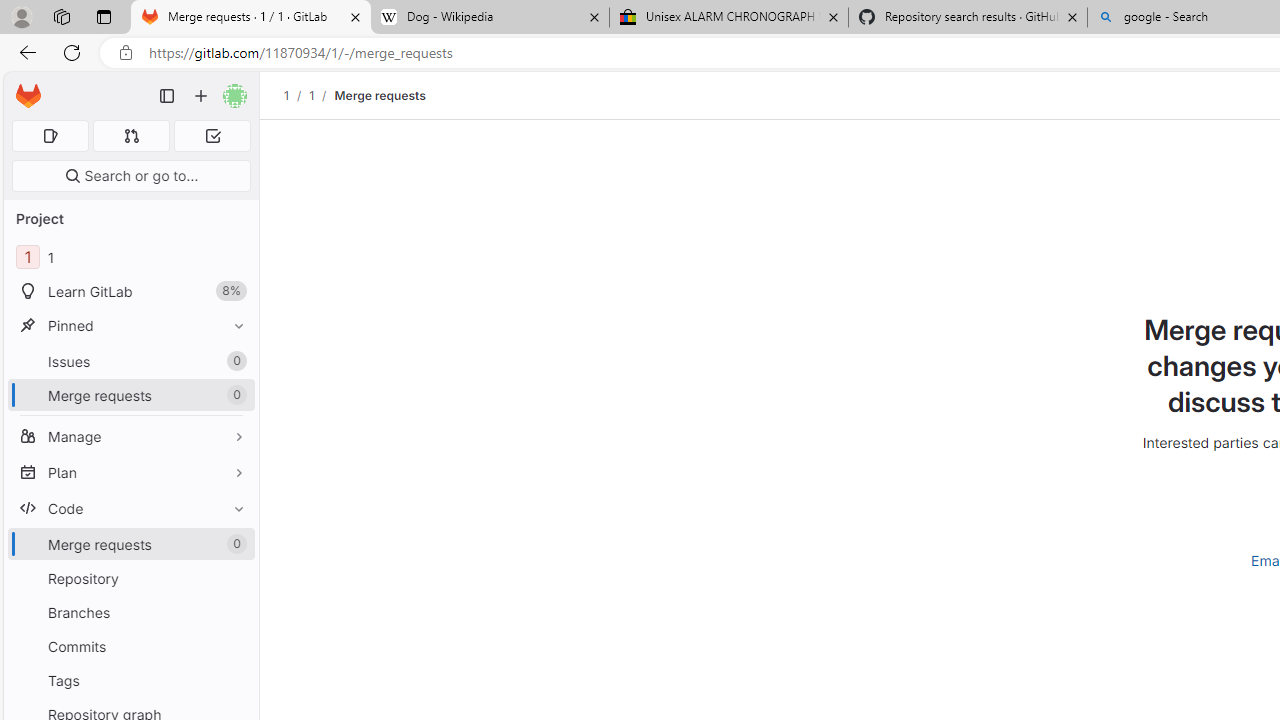 The height and width of the screenshot is (720, 1280). What do you see at coordinates (50, 135) in the screenshot?
I see `'Assigned issues 0'` at bounding box center [50, 135].